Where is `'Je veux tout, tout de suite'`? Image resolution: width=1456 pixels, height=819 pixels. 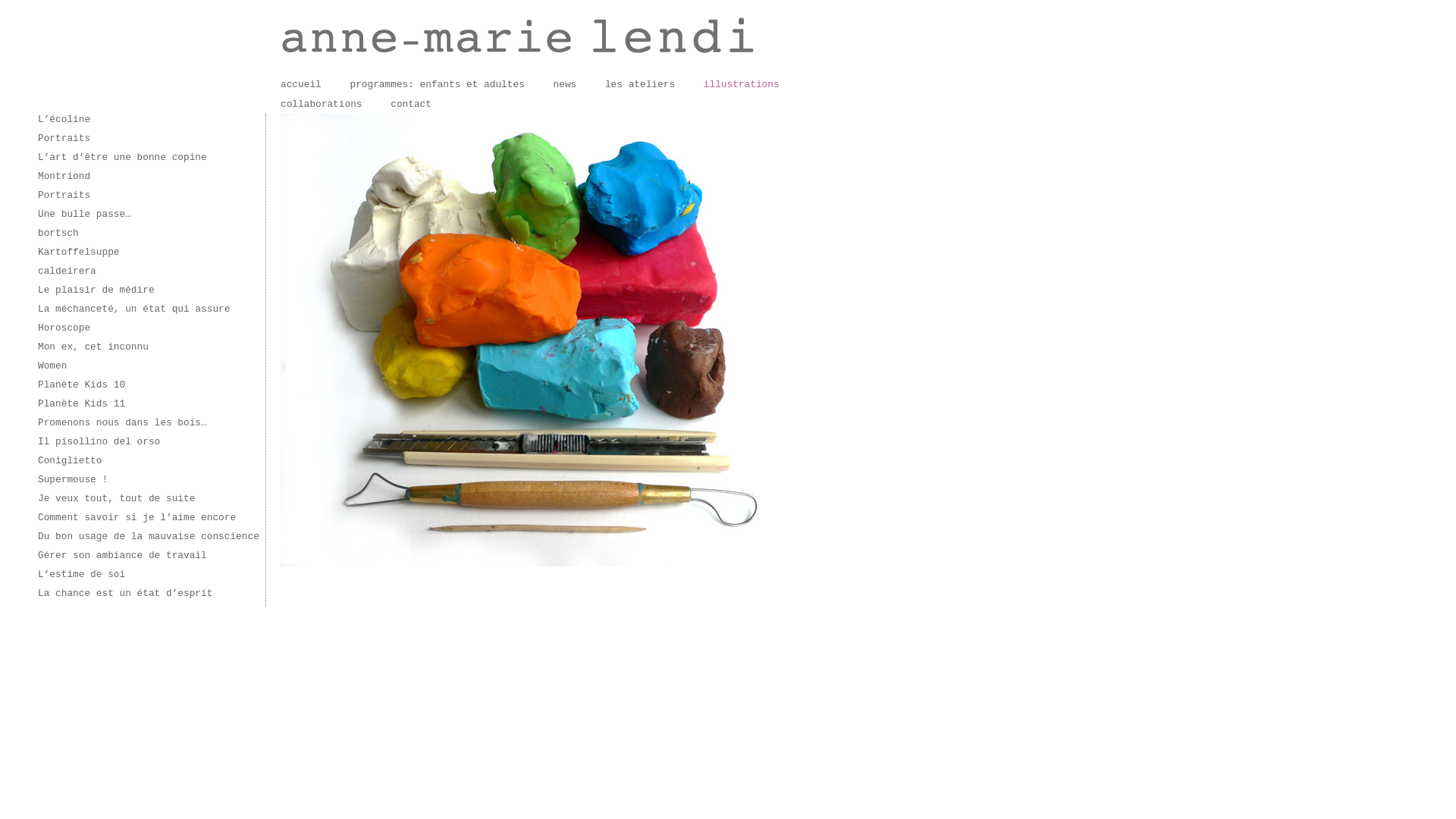 'Je veux tout, tout de suite' is located at coordinates (115, 498).